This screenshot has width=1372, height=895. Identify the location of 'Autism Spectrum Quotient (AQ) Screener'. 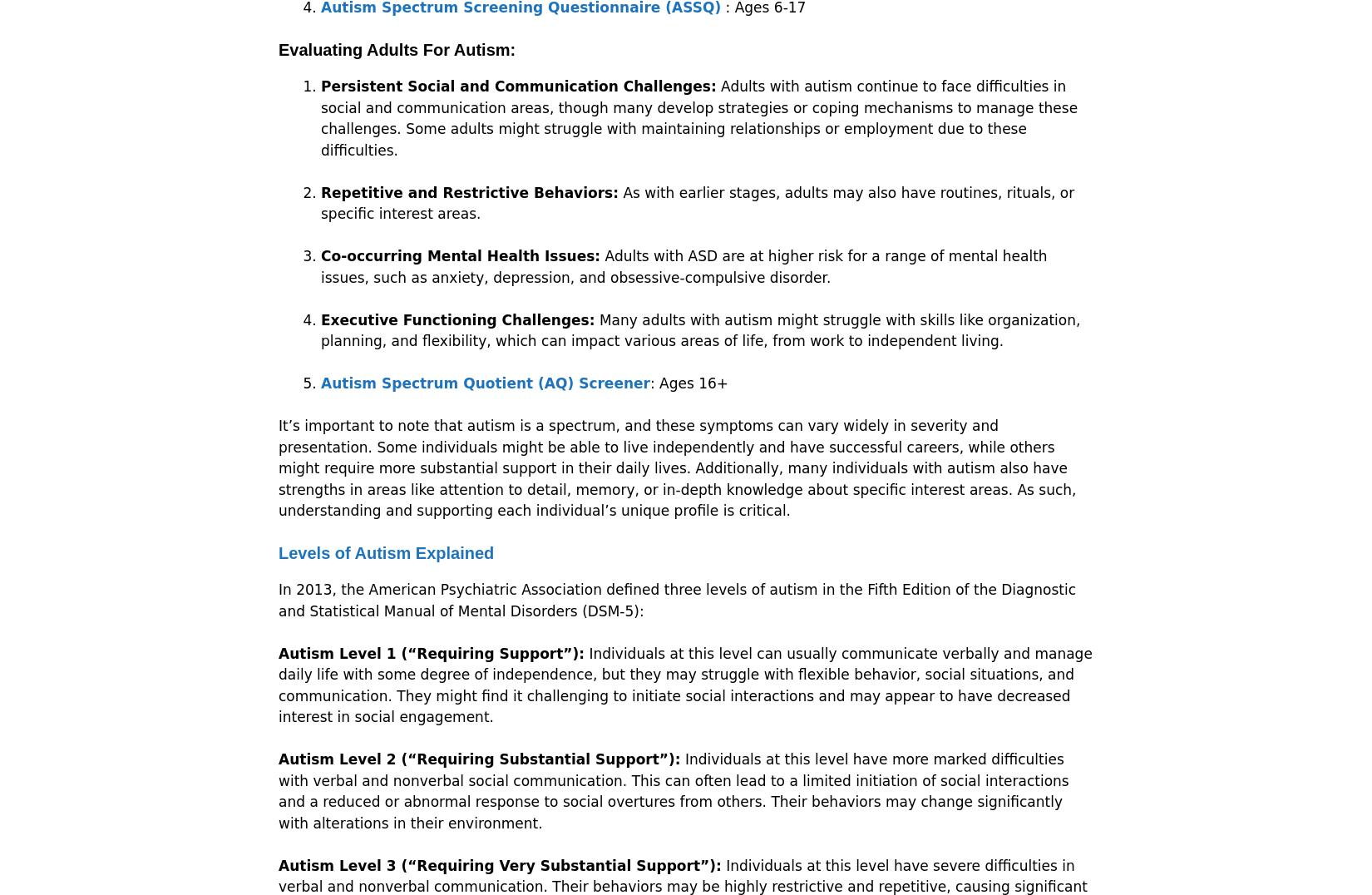
(484, 382).